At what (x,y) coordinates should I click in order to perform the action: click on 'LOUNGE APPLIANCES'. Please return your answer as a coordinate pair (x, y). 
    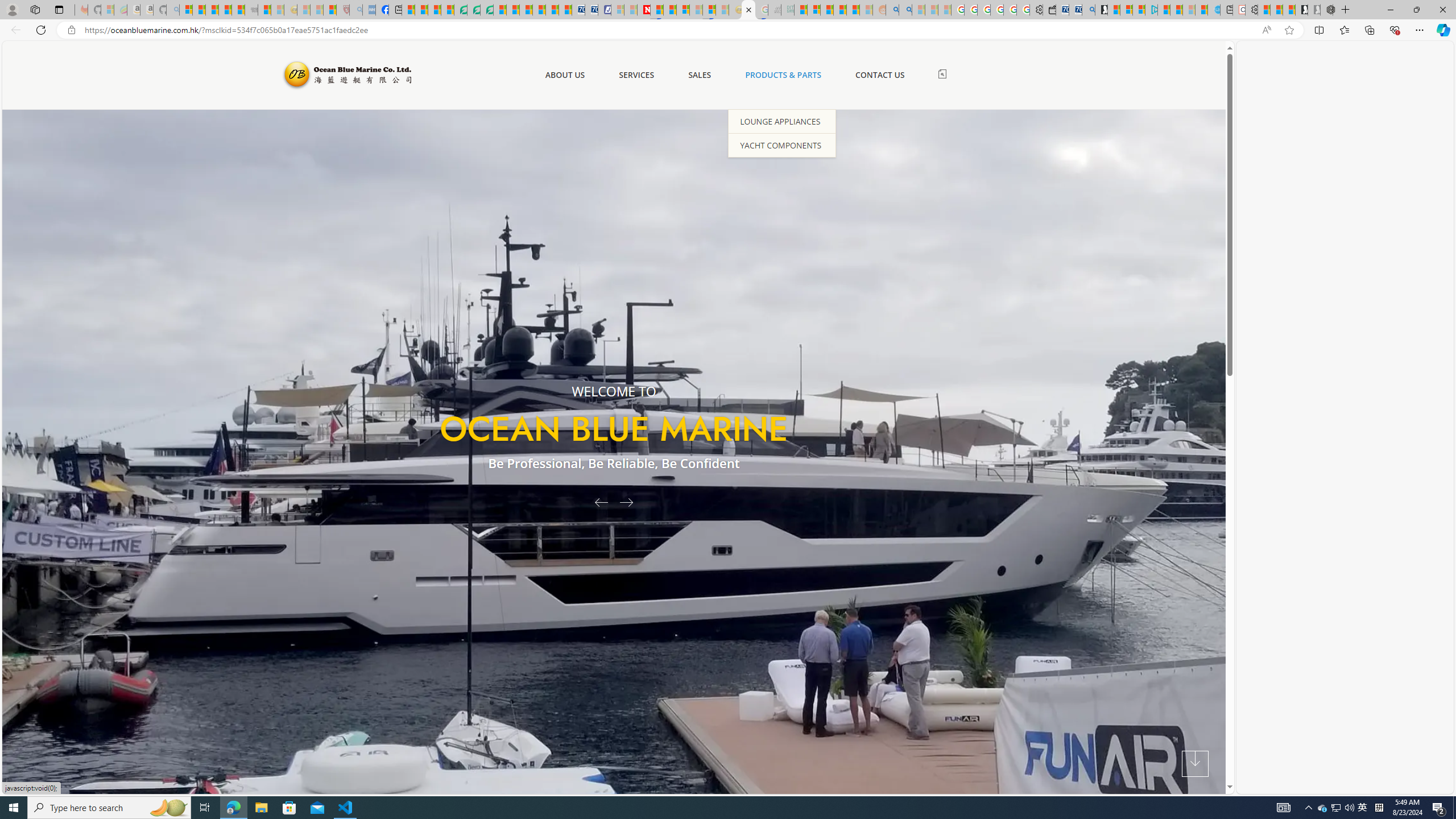
    Looking at the image, I should click on (781, 120).